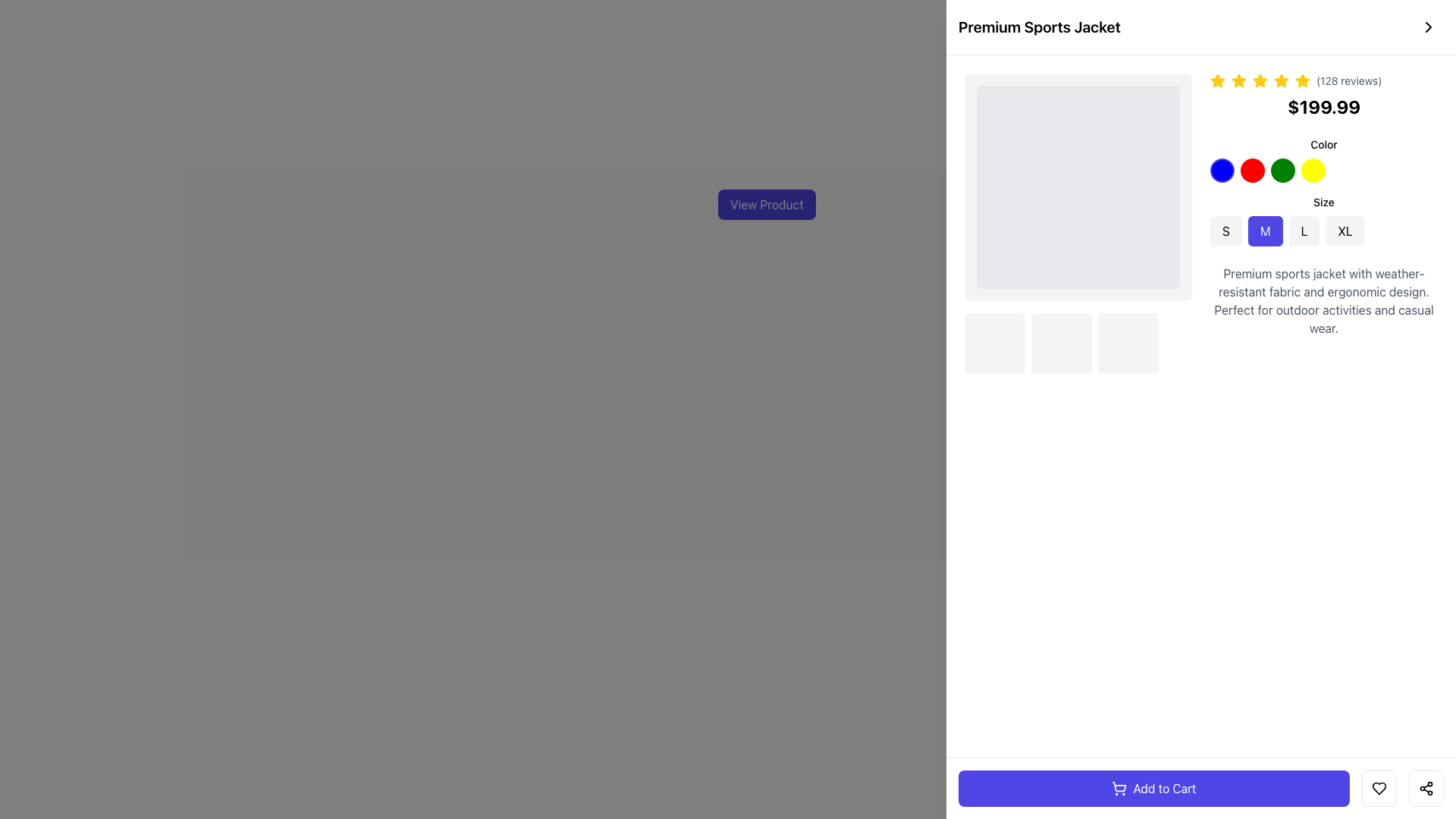  What do you see at coordinates (1061, 343) in the screenshot?
I see `the interactive block located in the center of the three horizontally aligned blocks under the product image` at bounding box center [1061, 343].